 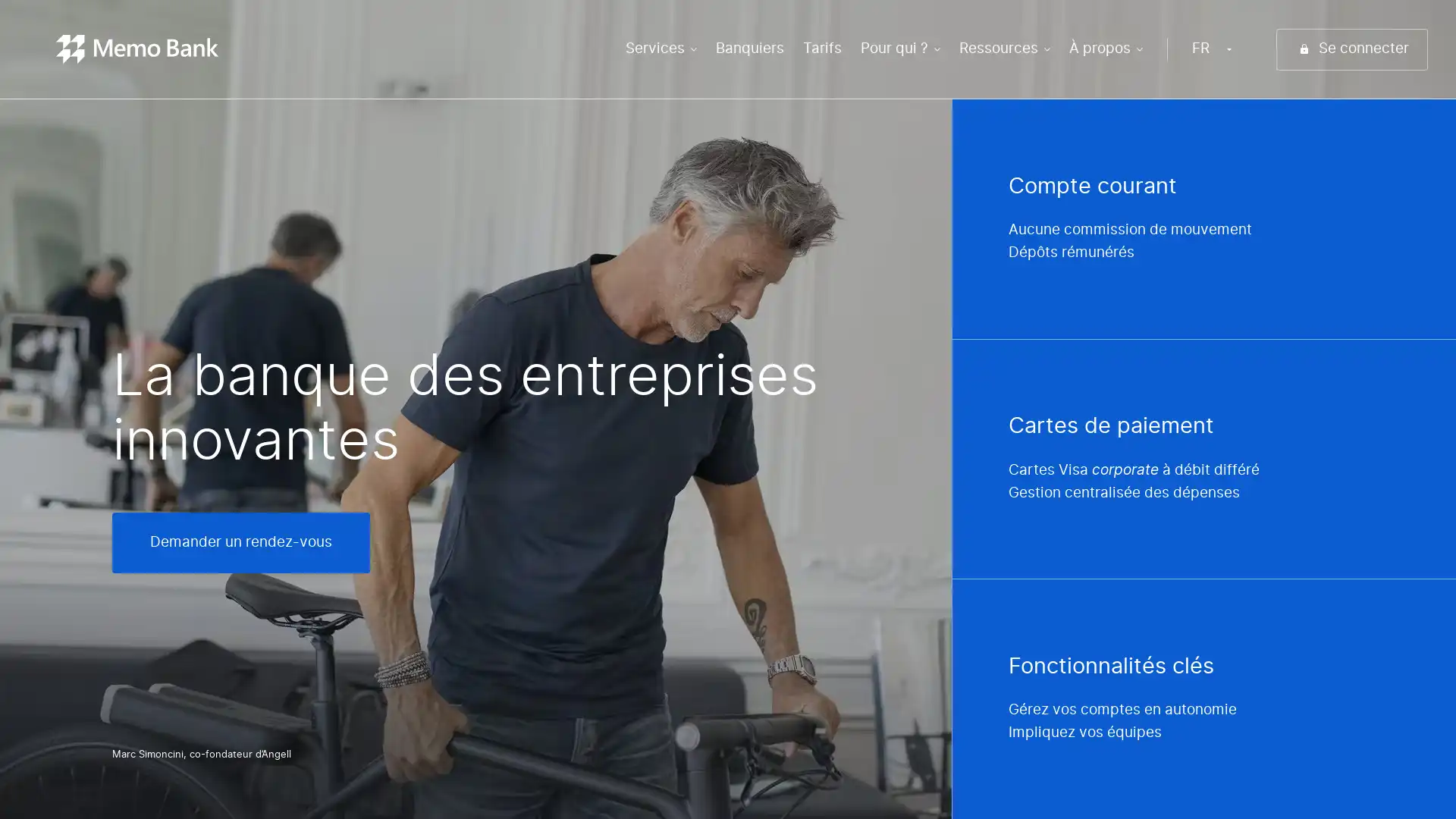 What do you see at coordinates (1106, 49) in the screenshot?
I see `A propos` at bounding box center [1106, 49].